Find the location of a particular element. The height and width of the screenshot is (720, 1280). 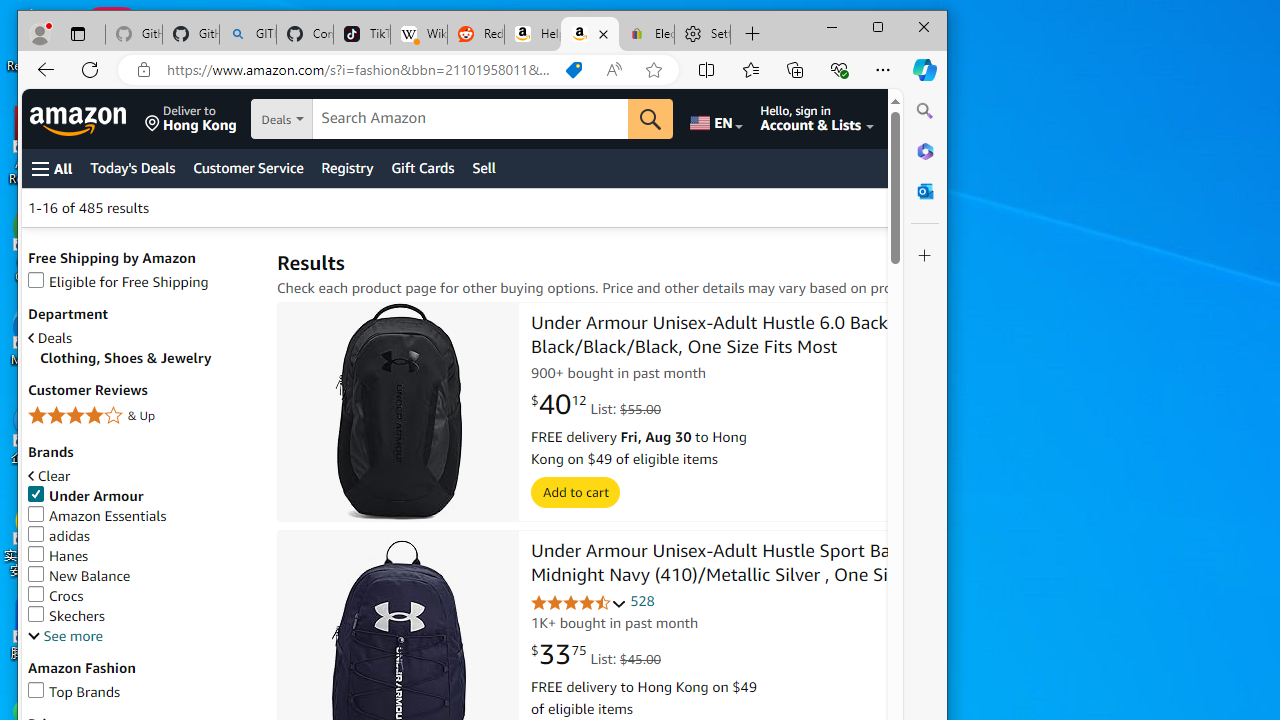

'Choose a language for shopping.' is located at coordinates (715, 119).